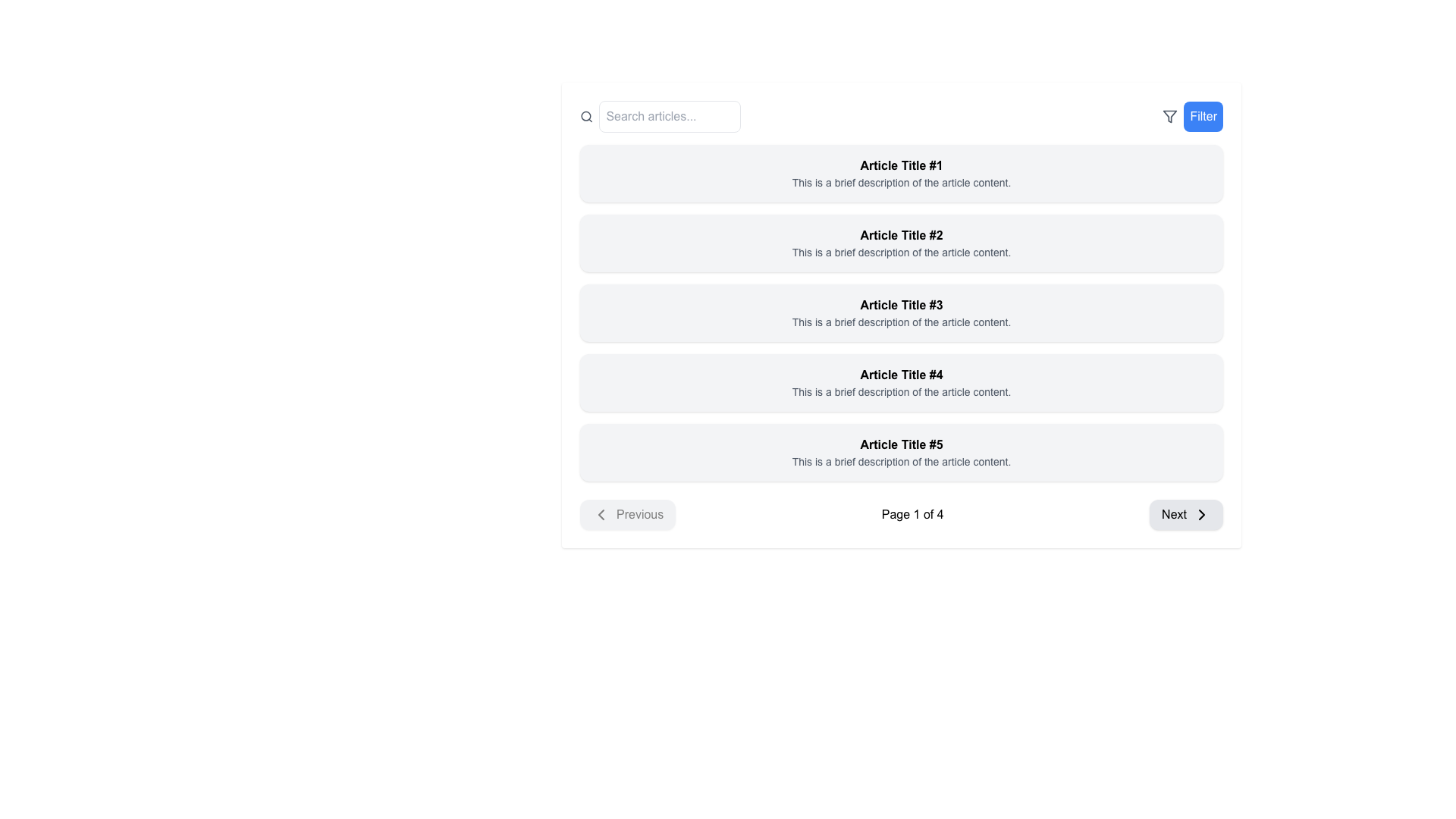  What do you see at coordinates (600, 513) in the screenshot?
I see `the 'Previous' button which contains the left-pointing chevron arrow icon located in the bottom-left corner of the interface` at bounding box center [600, 513].